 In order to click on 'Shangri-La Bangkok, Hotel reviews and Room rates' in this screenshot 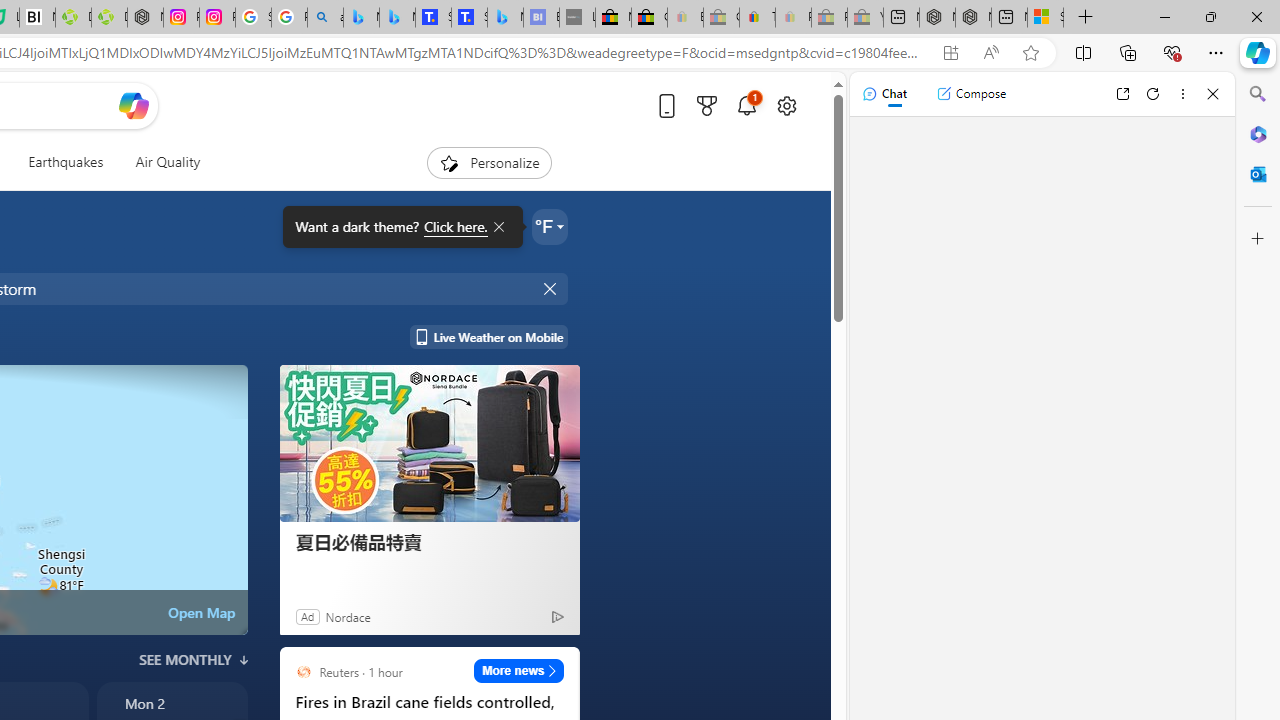, I will do `click(468, 17)`.